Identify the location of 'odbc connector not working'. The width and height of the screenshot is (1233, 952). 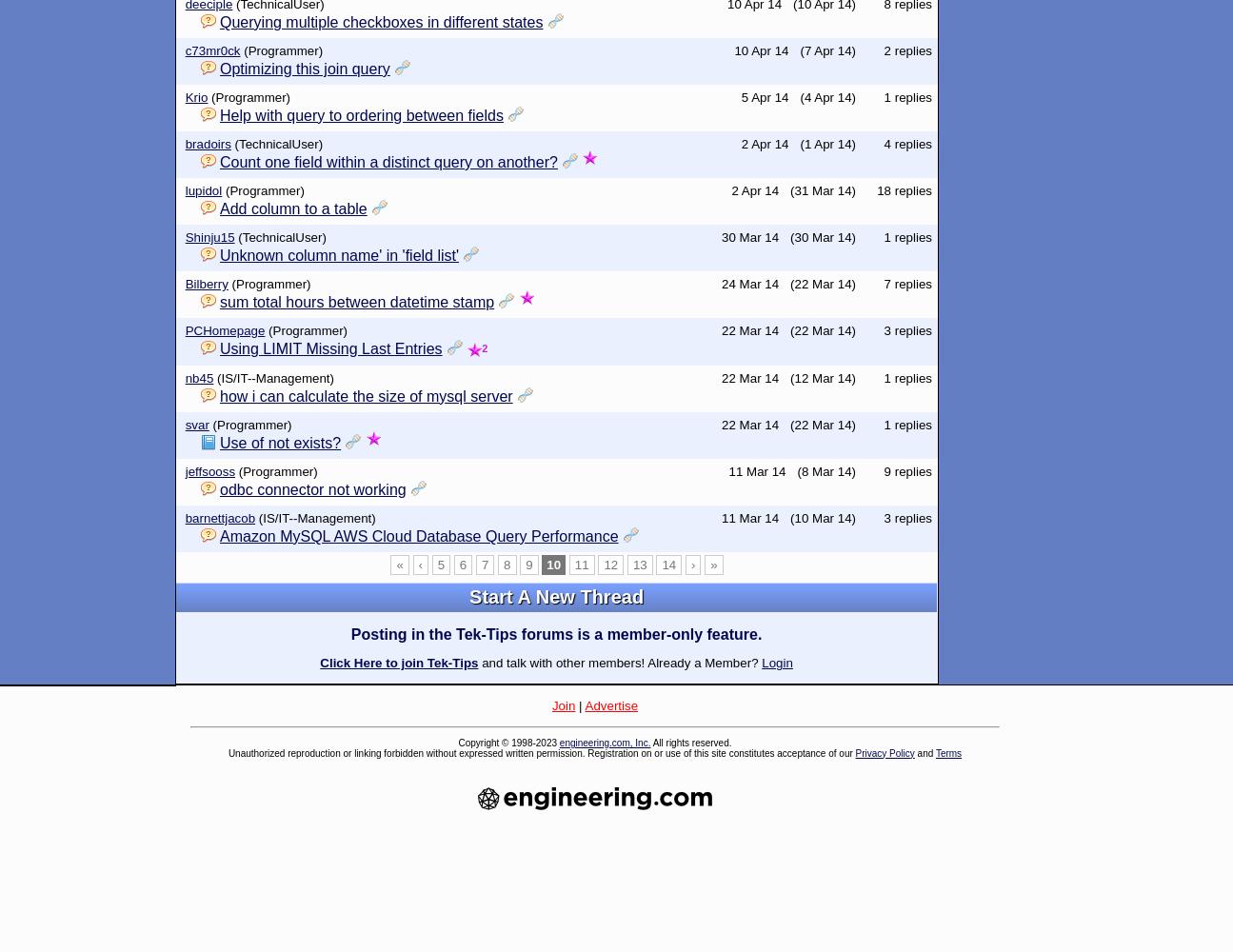
(312, 488).